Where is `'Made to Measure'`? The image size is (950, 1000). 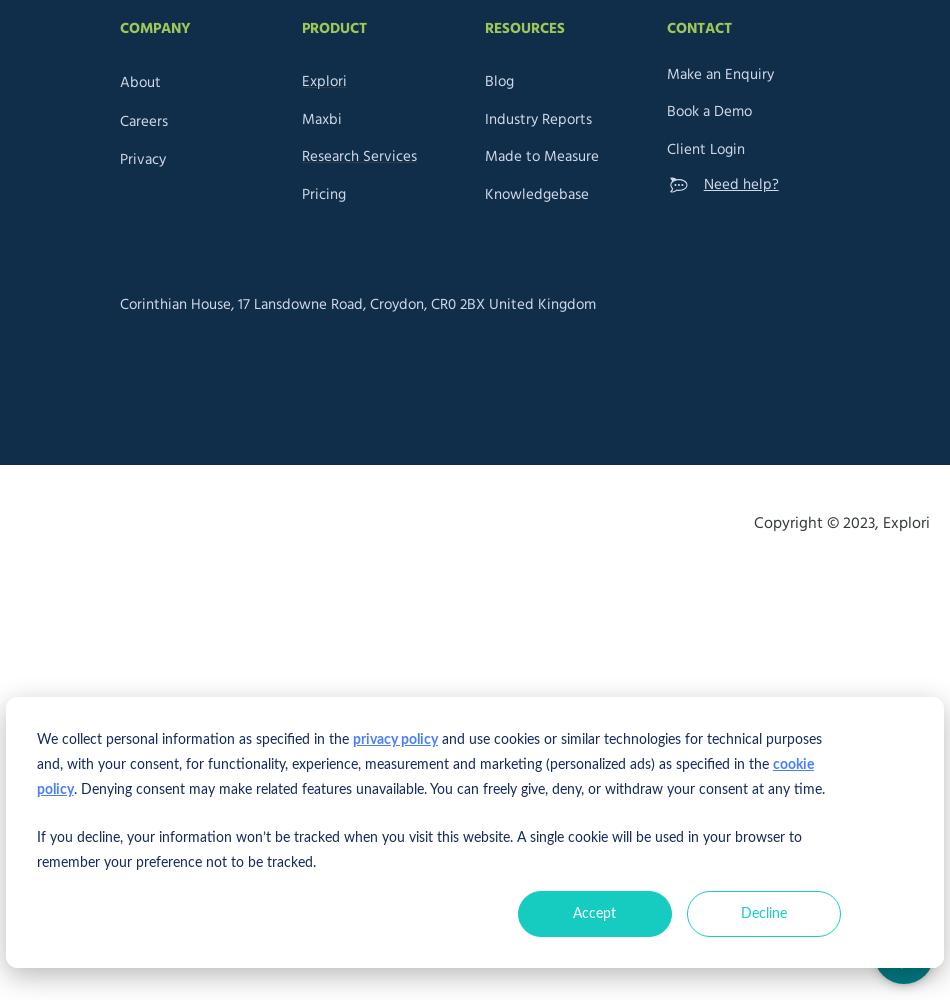
'Made to Measure' is located at coordinates (541, 157).